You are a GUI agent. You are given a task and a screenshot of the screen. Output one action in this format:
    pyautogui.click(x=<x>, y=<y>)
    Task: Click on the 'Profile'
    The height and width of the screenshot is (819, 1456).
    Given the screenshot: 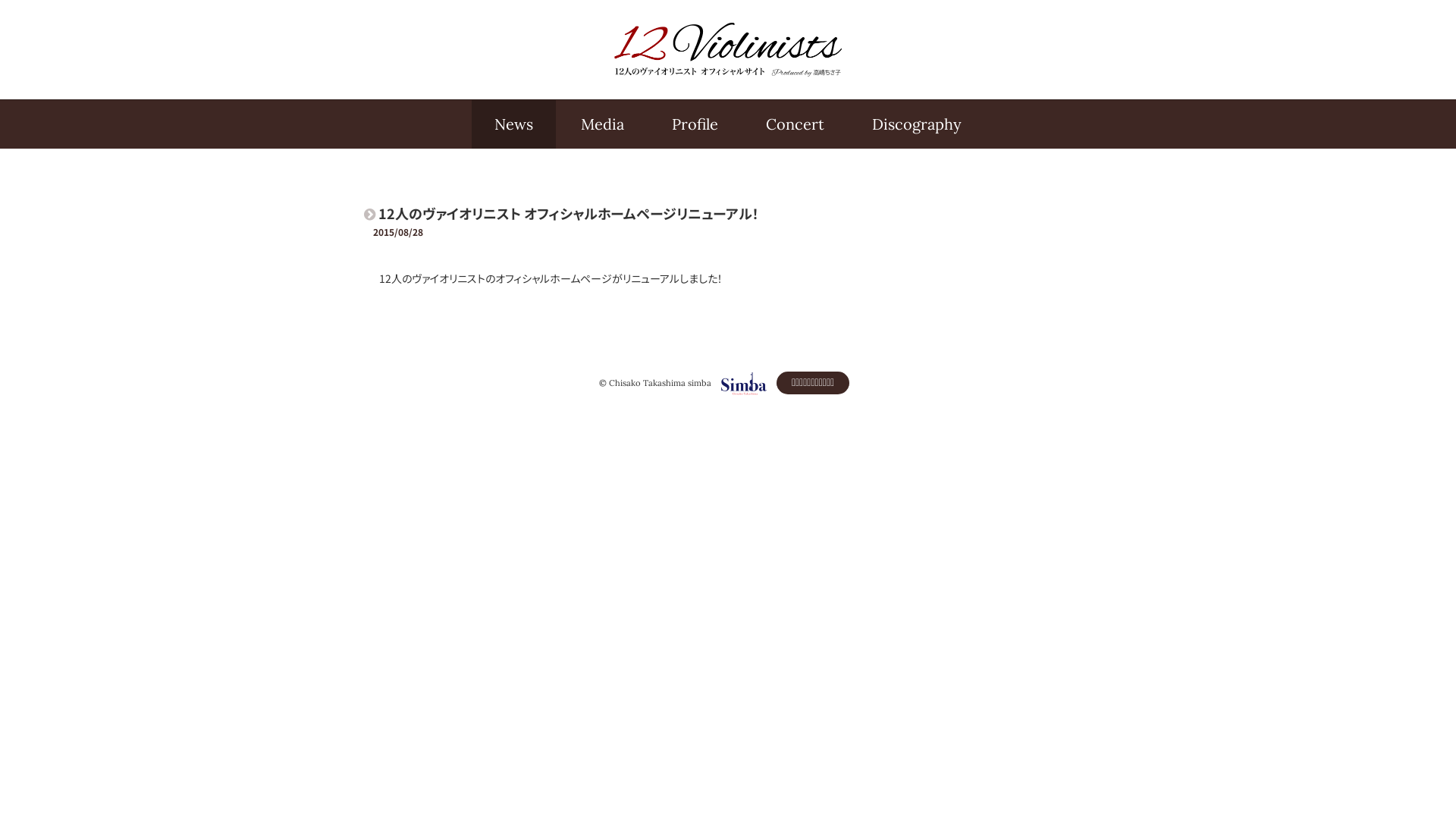 What is the action you would take?
    pyautogui.click(x=694, y=124)
    